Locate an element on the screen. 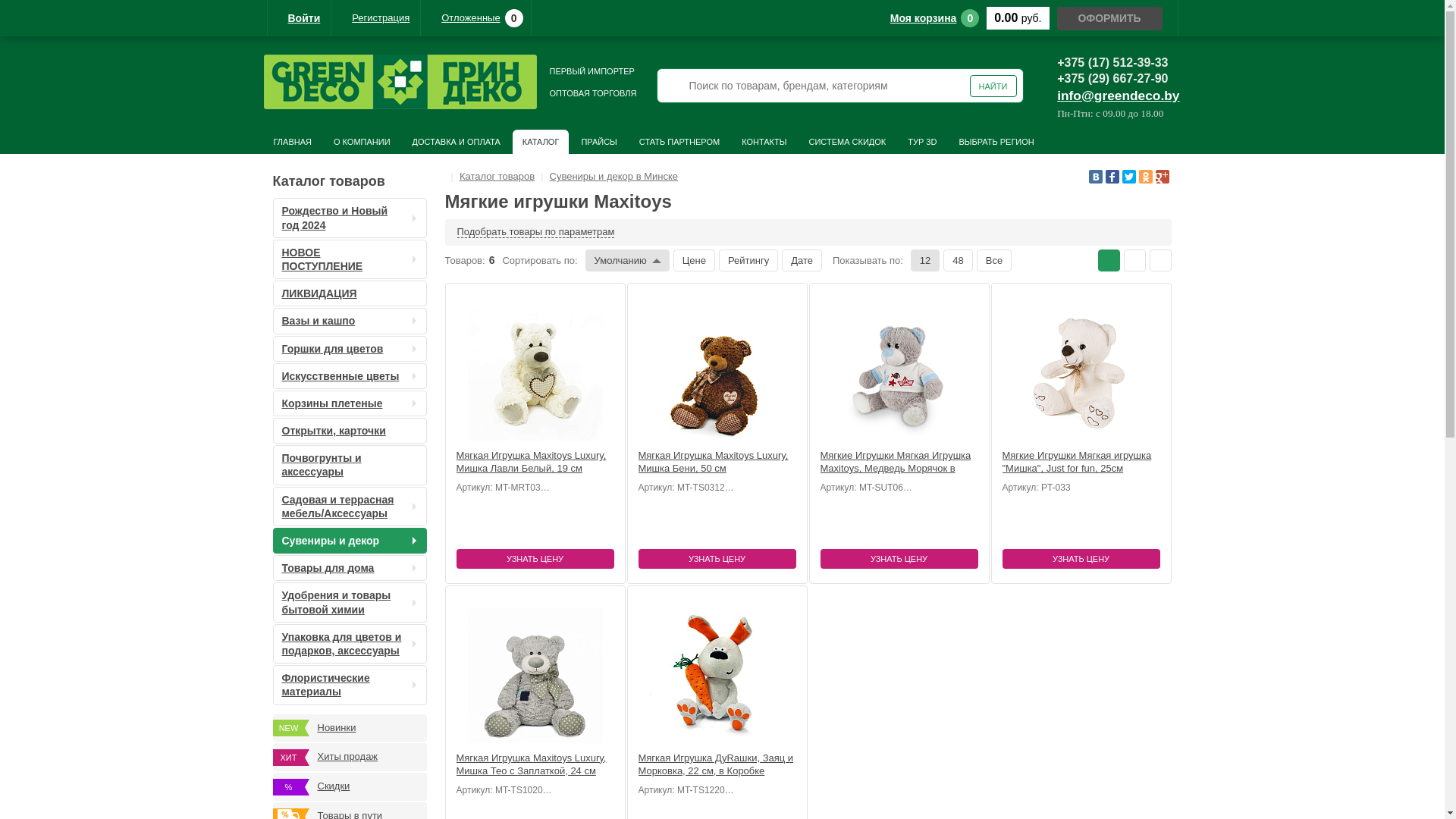 The image size is (1456, 819). 'Google Plus' is located at coordinates (1161, 175).